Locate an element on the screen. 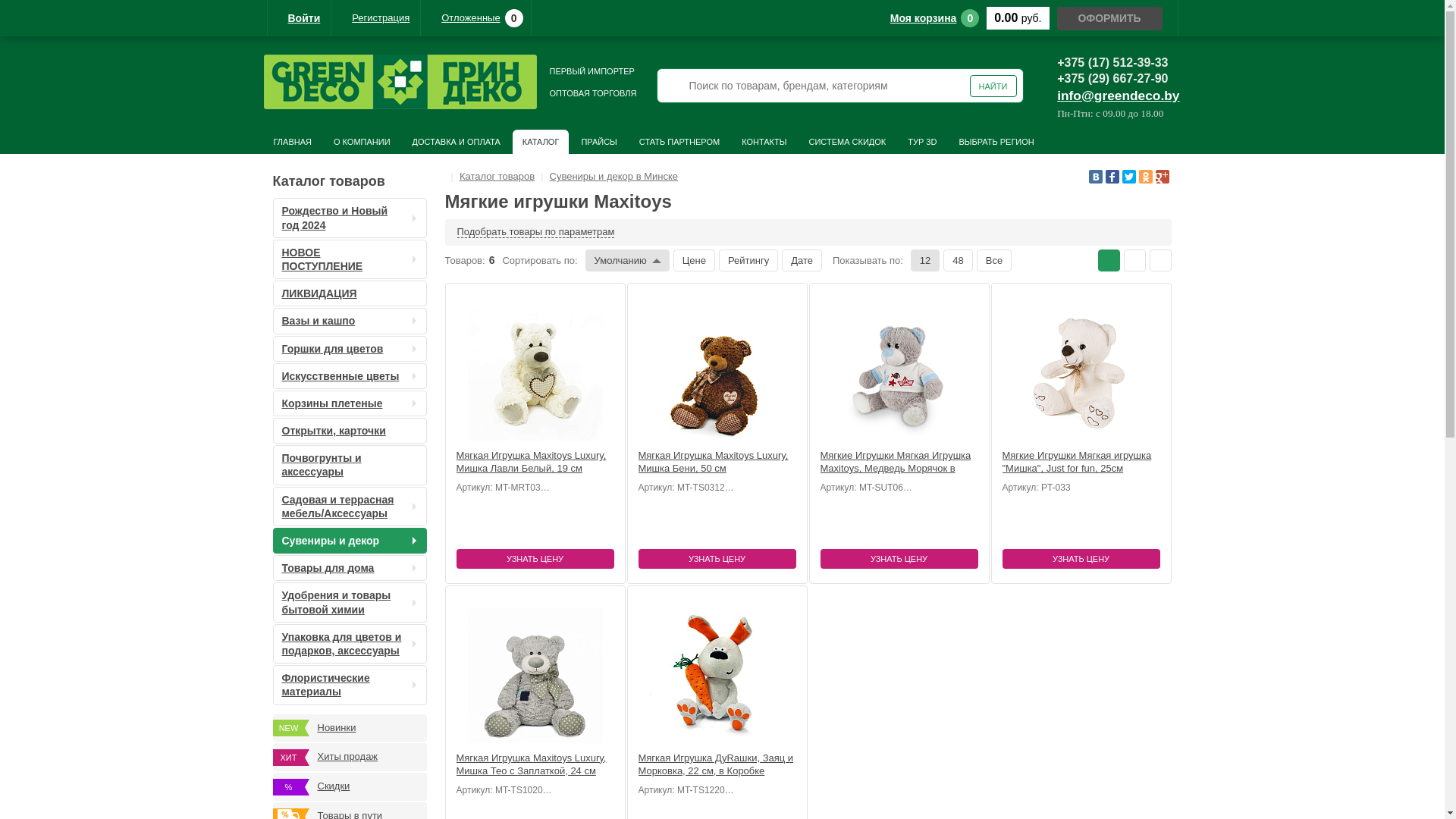 The image size is (1456, 819). 'Google Plus' is located at coordinates (1161, 175).